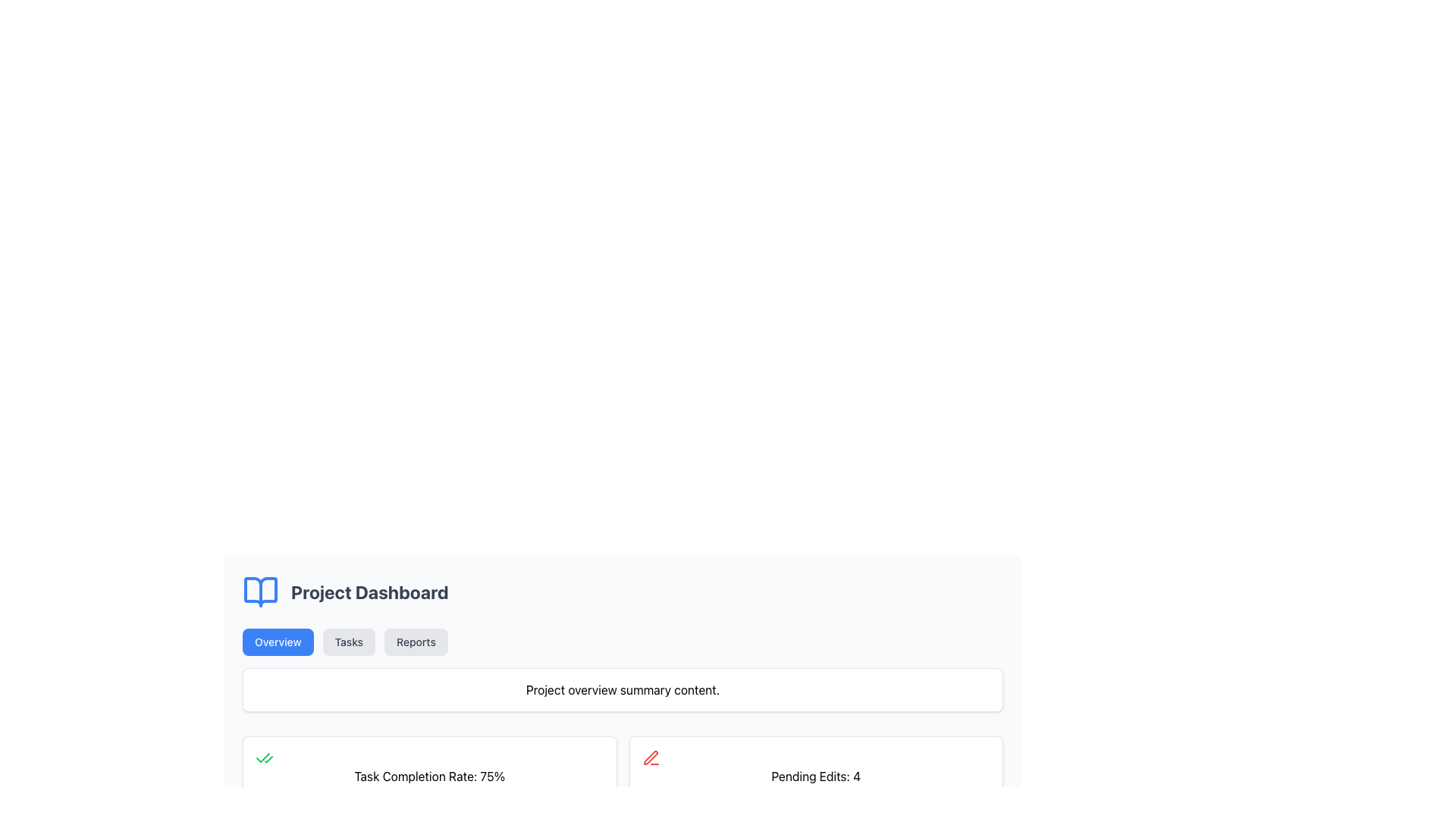 Image resolution: width=1456 pixels, height=819 pixels. What do you see at coordinates (261, 591) in the screenshot?
I see `the left page of the open book icon, which is styled with a blue theme and is part of an SVG format, located to the left of the 'Project Dashboard' title` at bounding box center [261, 591].